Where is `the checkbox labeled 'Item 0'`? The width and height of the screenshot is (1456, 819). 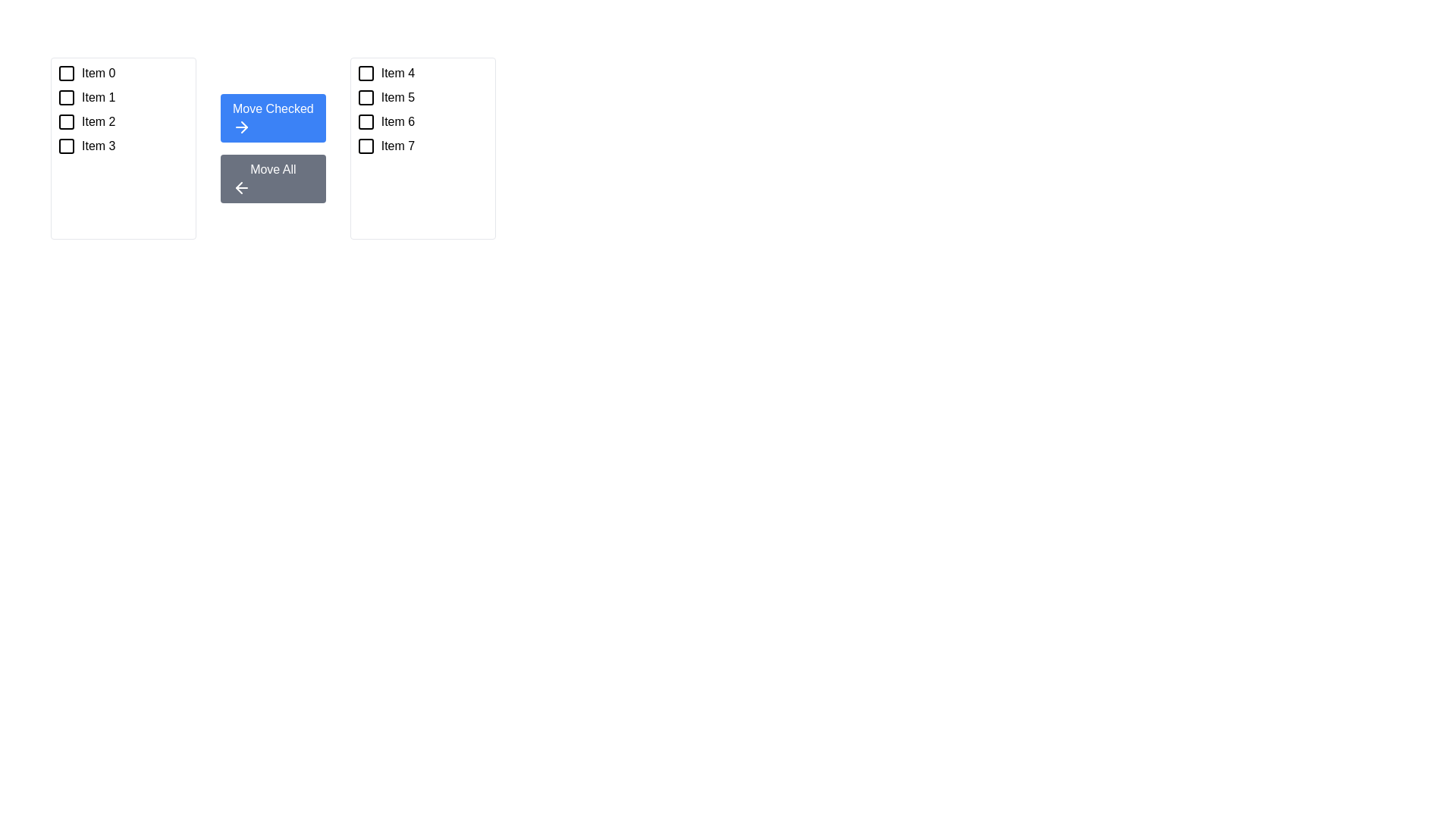
the checkbox labeled 'Item 0' is located at coordinates (124, 73).